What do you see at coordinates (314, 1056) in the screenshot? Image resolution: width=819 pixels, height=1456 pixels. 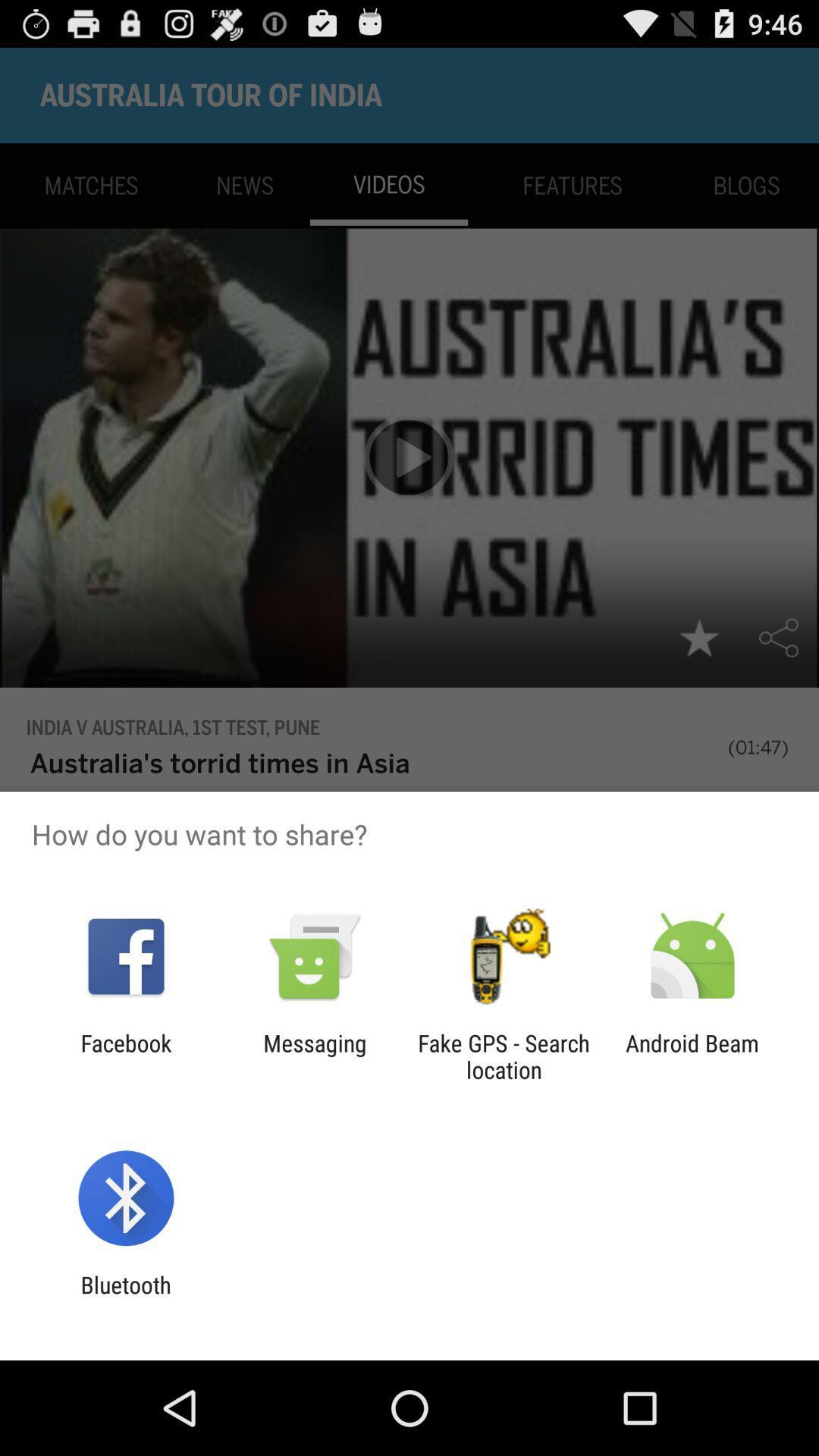 I see `messaging` at bounding box center [314, 1056].